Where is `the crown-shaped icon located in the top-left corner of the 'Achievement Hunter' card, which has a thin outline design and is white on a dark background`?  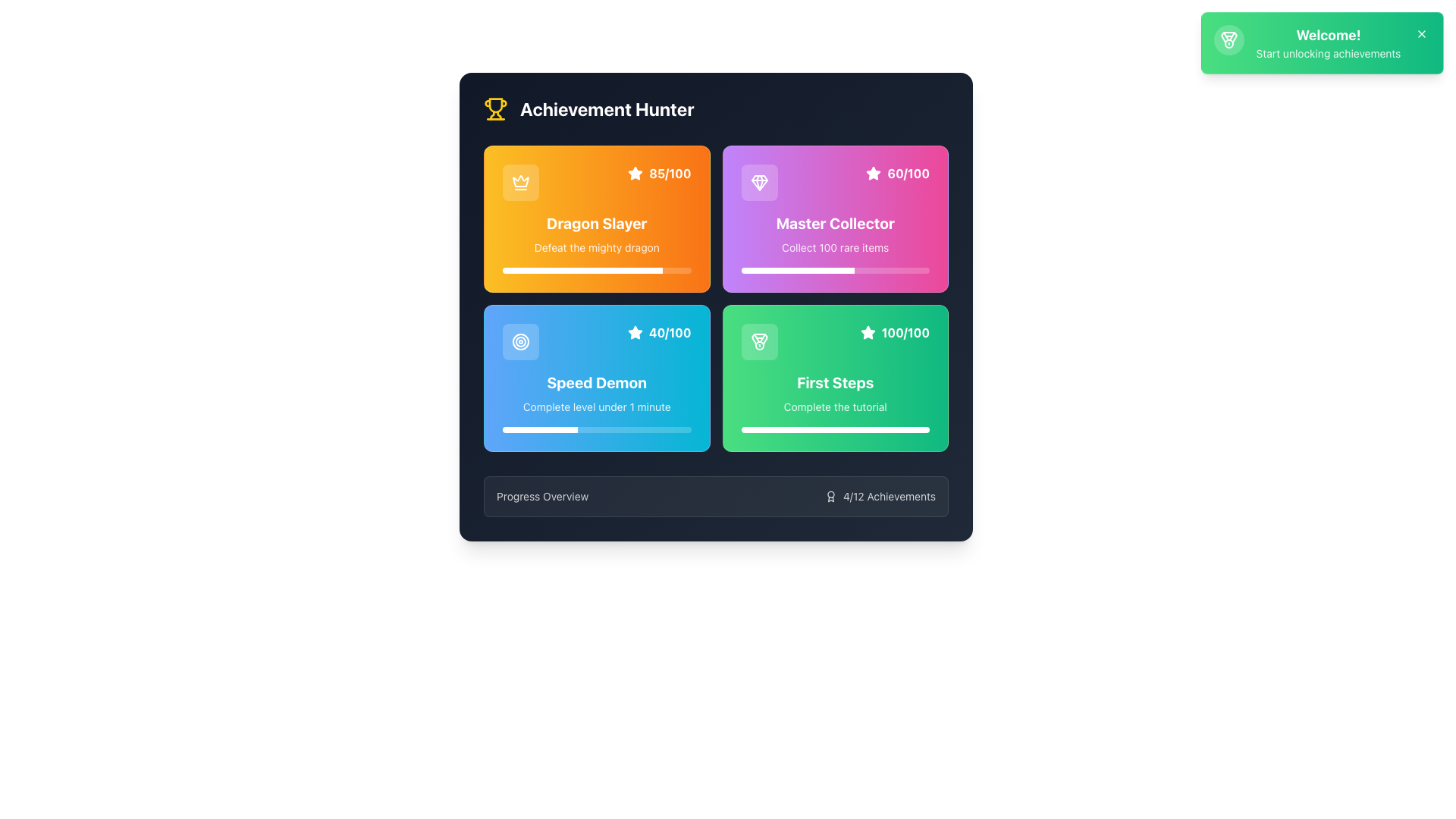 the crown-shaped icon located in the top-left corner of the 'Achievement Hunter' card, which has a thin outline design and is white on a dark background is located at coordinates (520, 180).